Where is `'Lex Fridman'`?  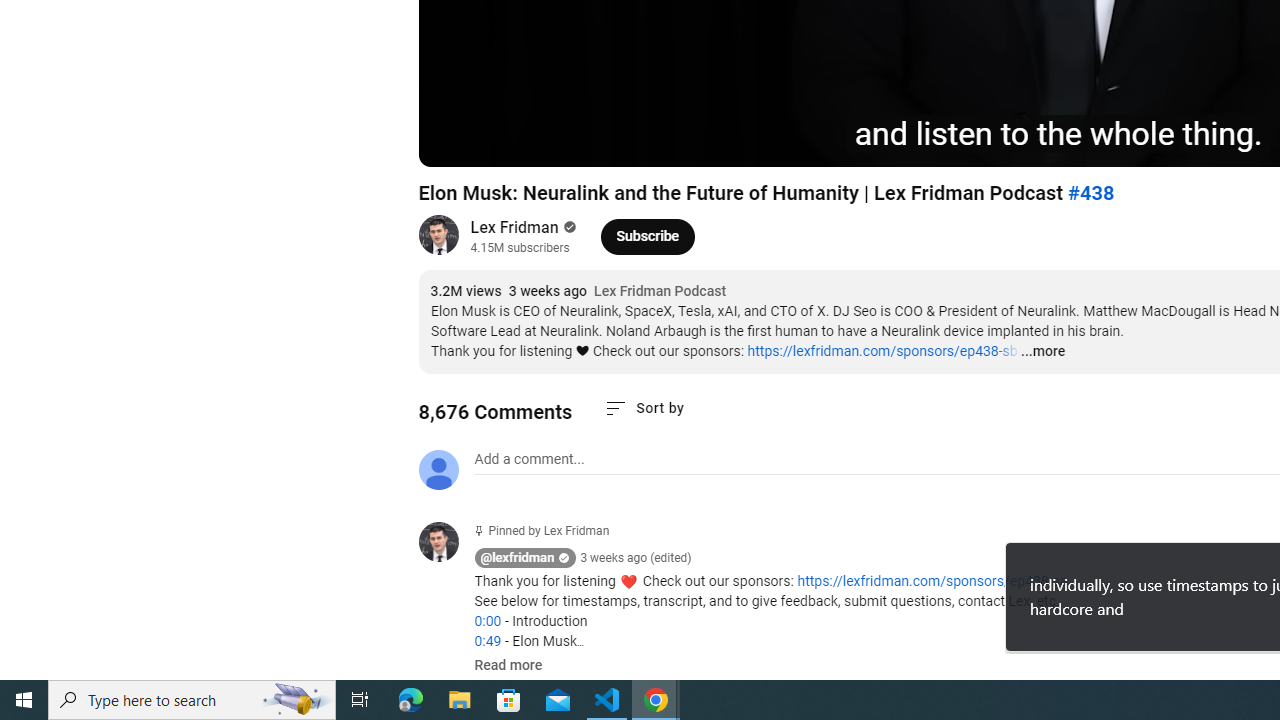 'Lex Fridman' is located at coordinates (515, 226).